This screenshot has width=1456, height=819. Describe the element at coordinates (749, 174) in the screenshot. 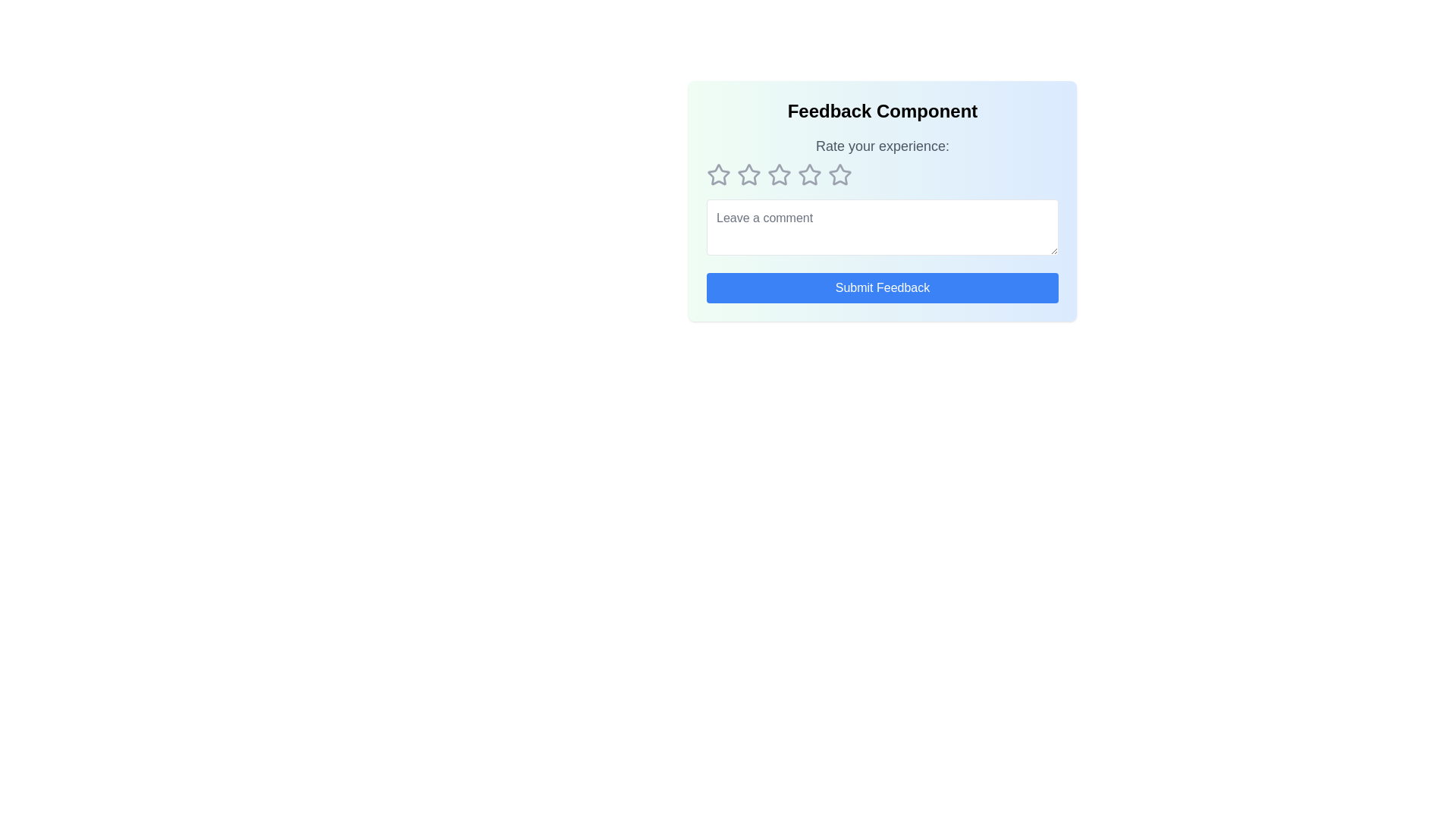

I see `the second star icon in the rating component` at that location.